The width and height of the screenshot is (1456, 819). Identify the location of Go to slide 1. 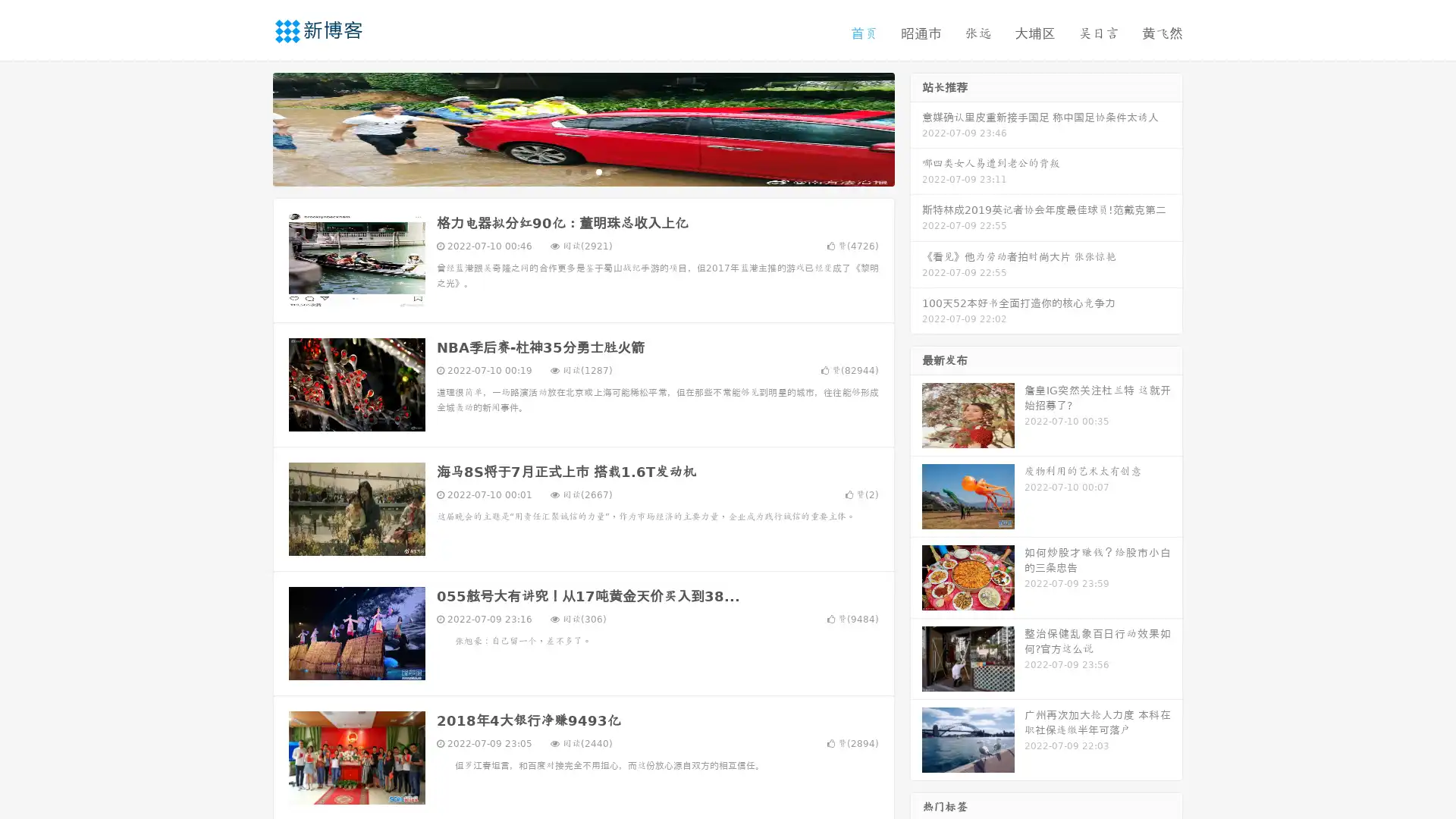
(567, 171).